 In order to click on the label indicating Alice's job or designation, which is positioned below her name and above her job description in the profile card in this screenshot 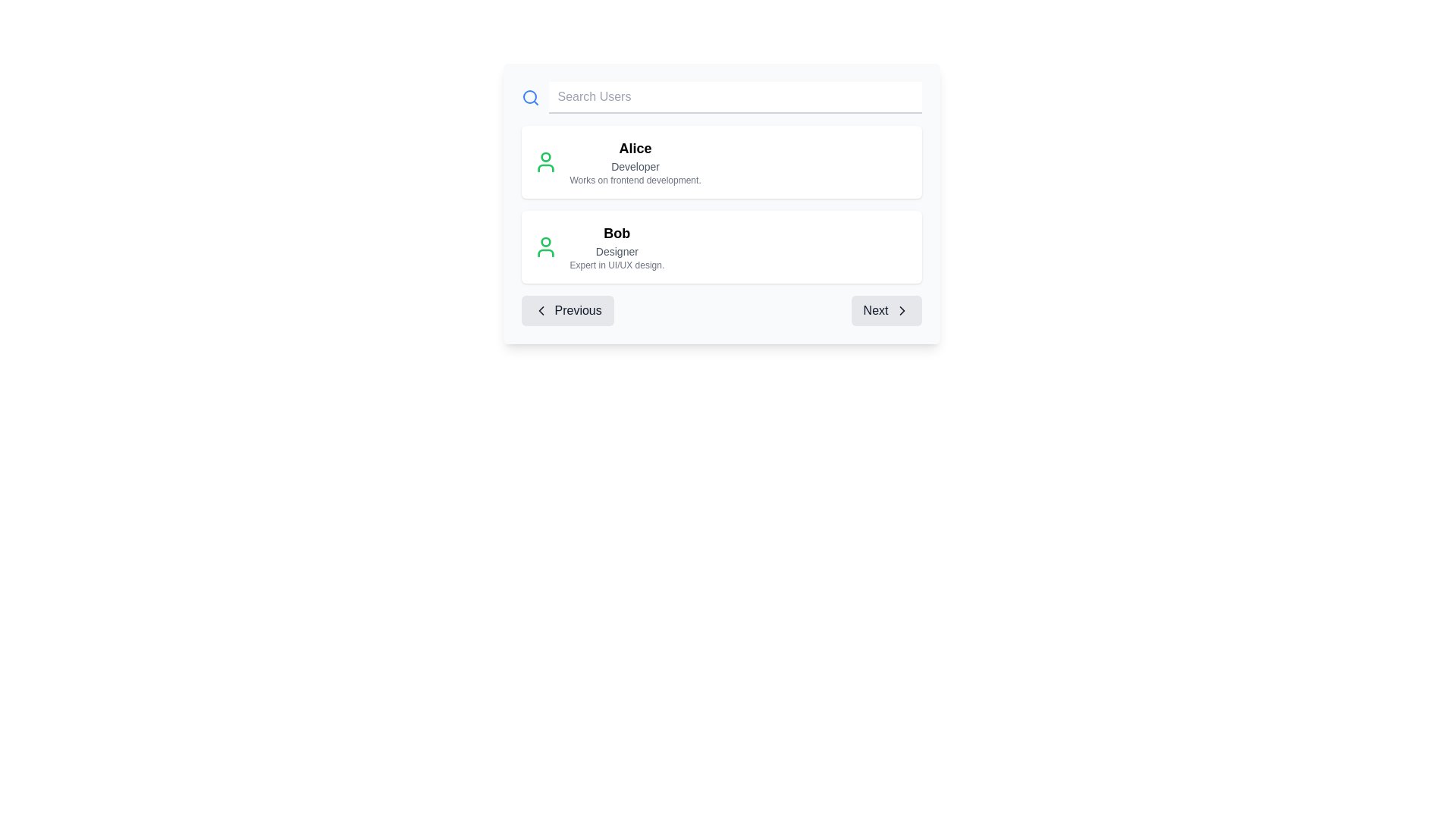, I will do `click(635, 166)`.